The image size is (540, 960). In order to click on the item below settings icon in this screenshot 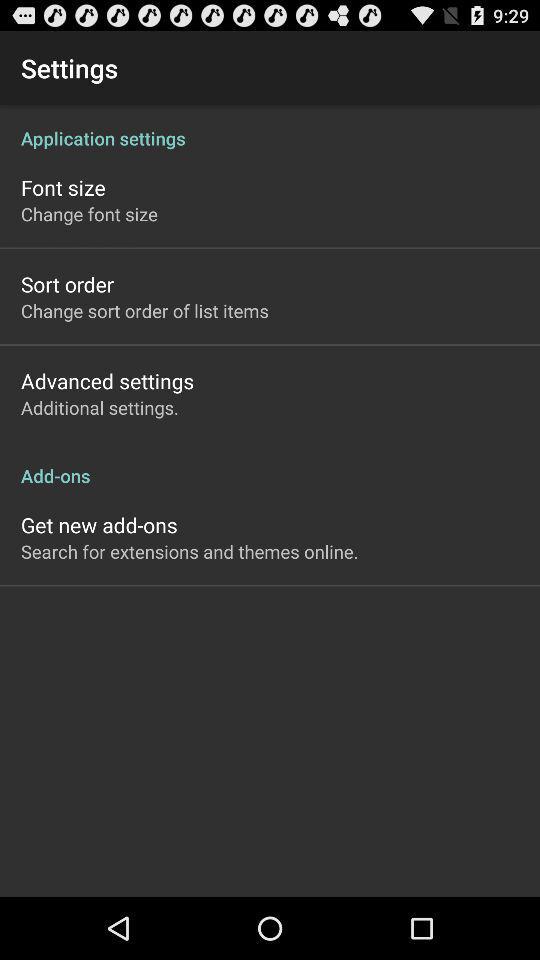, I will do `click(270, 126)`.